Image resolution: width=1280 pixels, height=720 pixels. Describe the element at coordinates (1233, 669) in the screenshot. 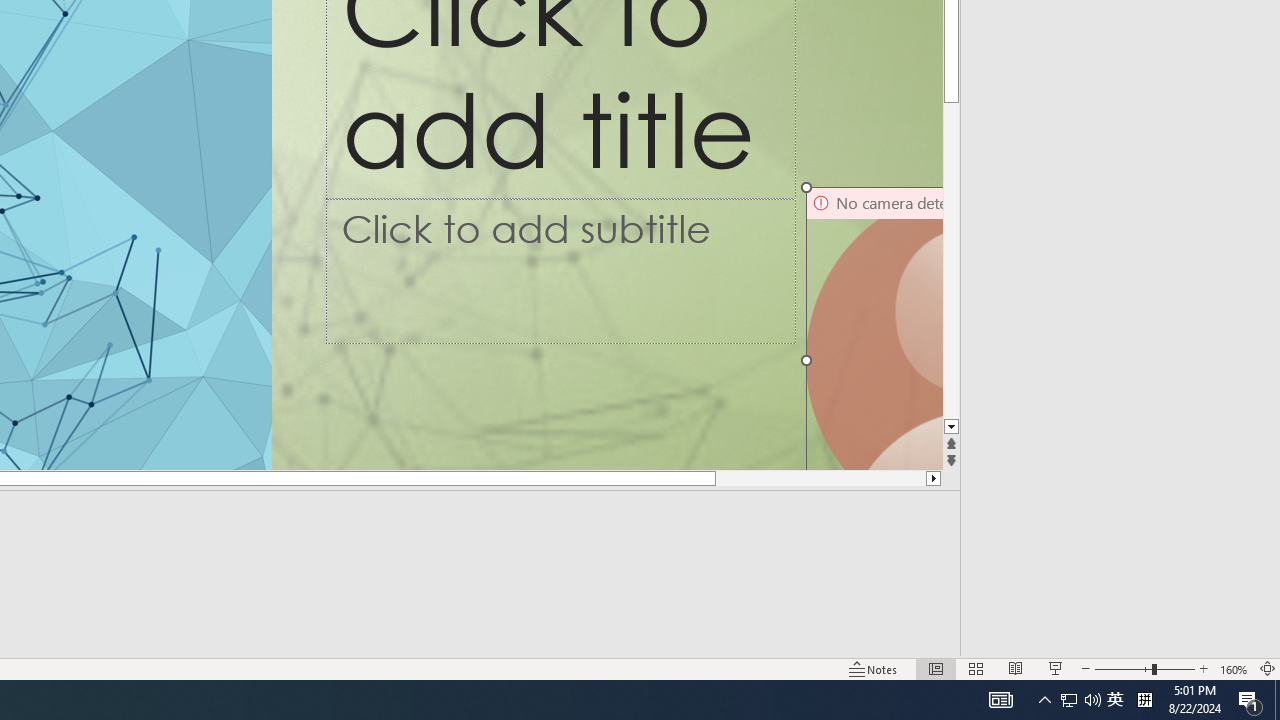

I see `'Zoom 160%'` at that location.